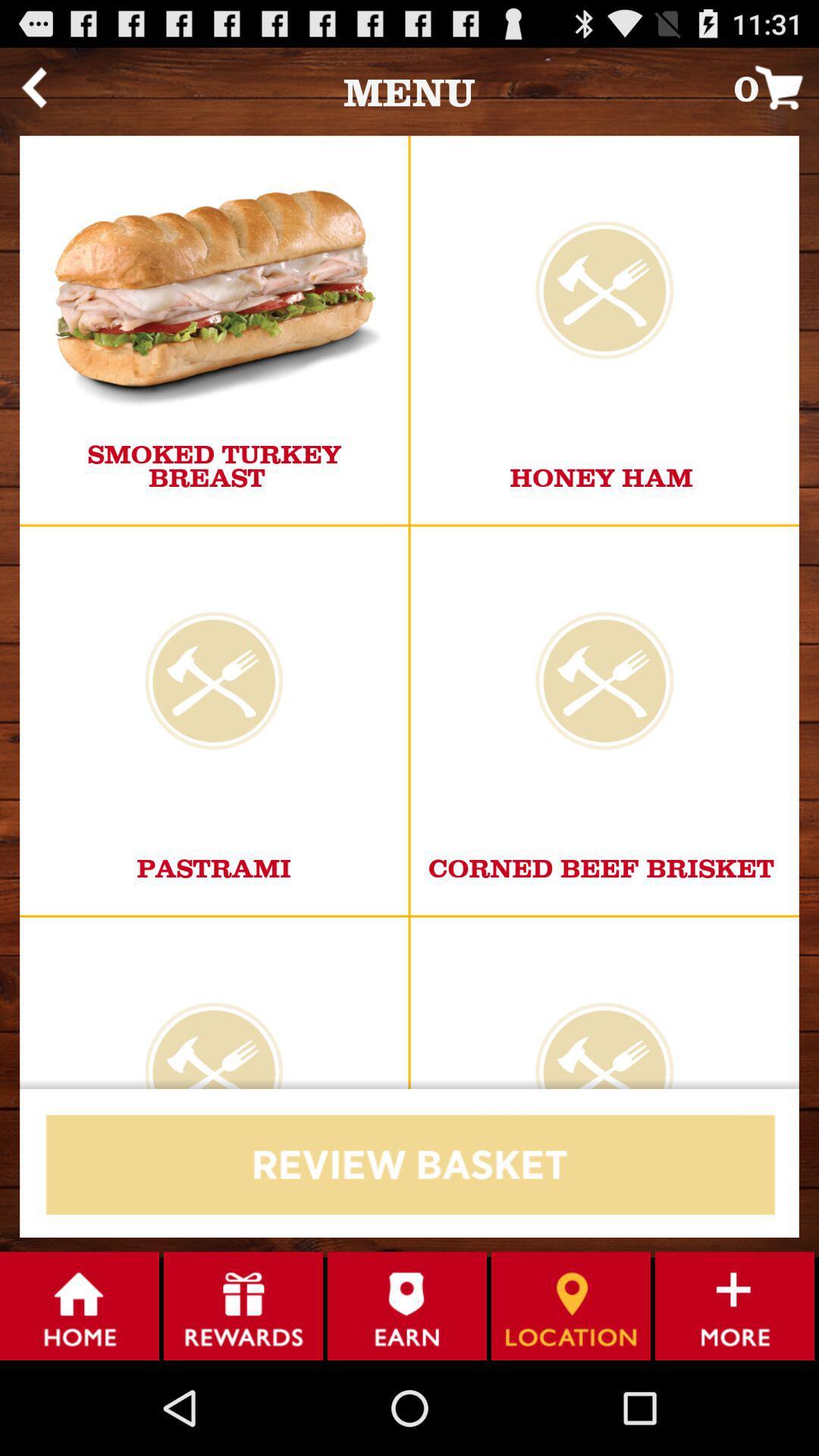 The width and height of the screenshot is (819, 1456). What do you see at coordinates (33, 86) in the screenshot?
I see `app next to the menu` at bounding box center [33, 86].